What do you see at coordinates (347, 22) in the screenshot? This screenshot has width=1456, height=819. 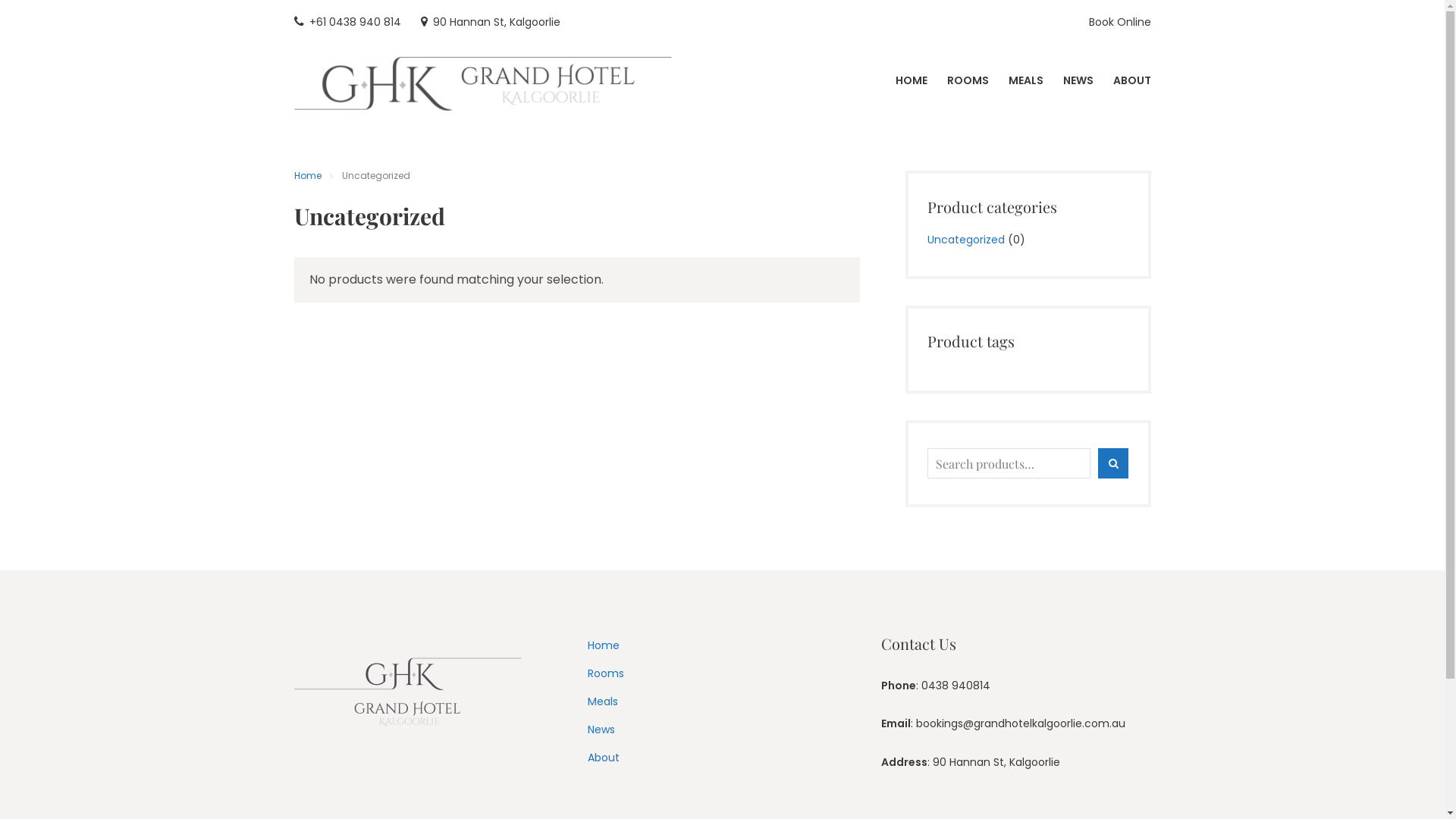 I see `'+61 0438 940 814'` at bounding box center [347, 22].